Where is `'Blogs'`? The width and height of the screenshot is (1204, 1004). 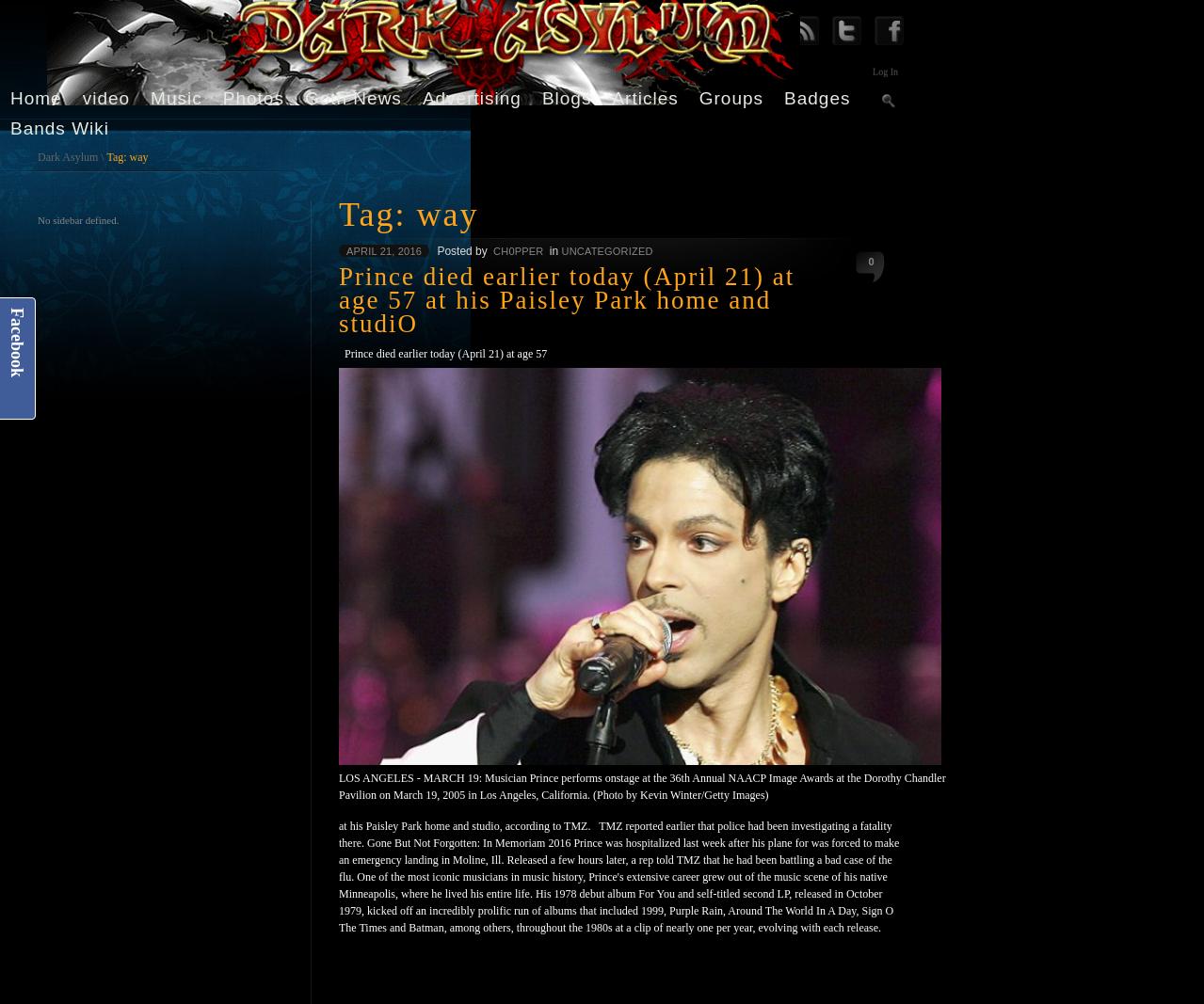
'Blogs' is located at coordinates (566, 97).